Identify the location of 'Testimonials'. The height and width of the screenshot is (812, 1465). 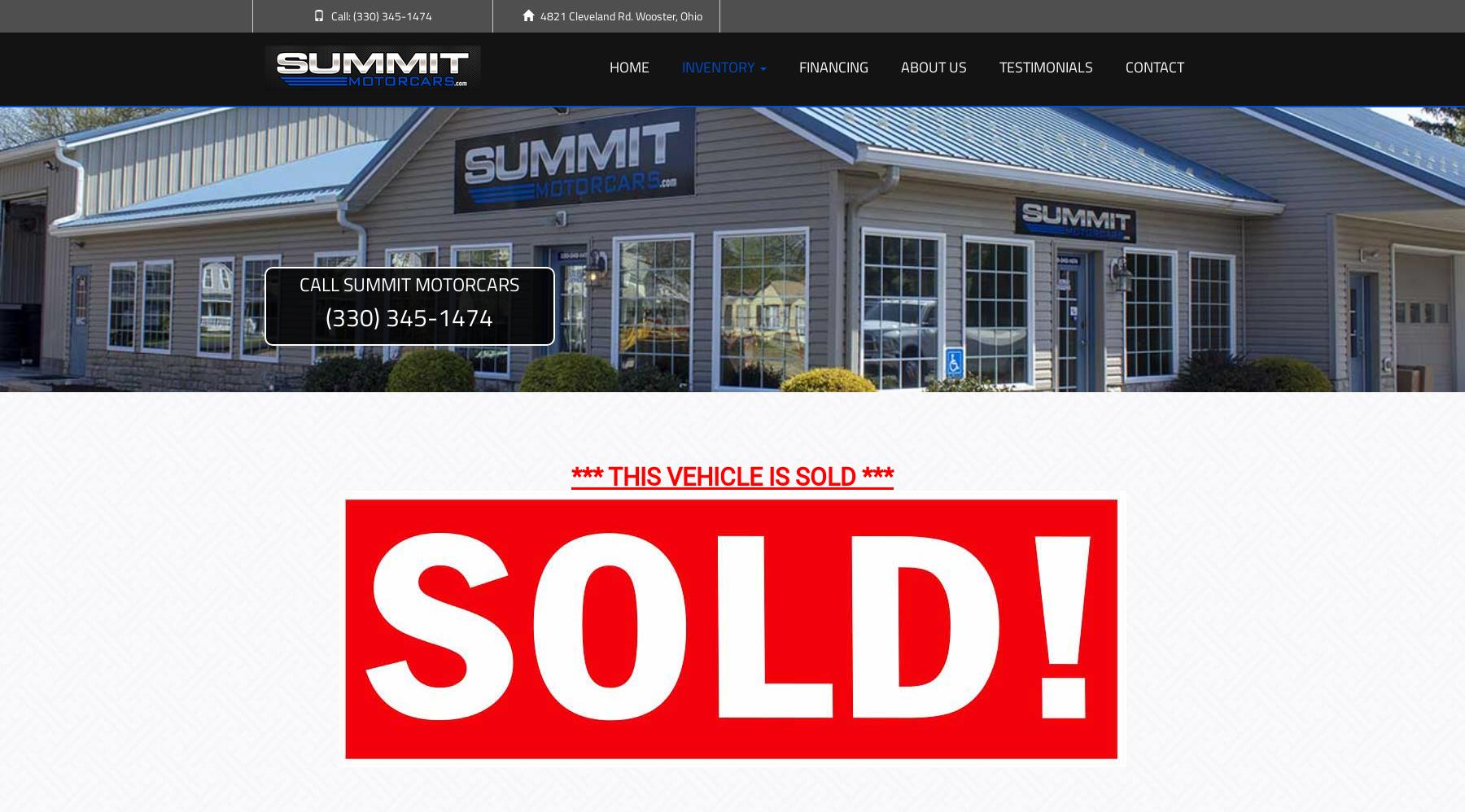
(1046, 66).